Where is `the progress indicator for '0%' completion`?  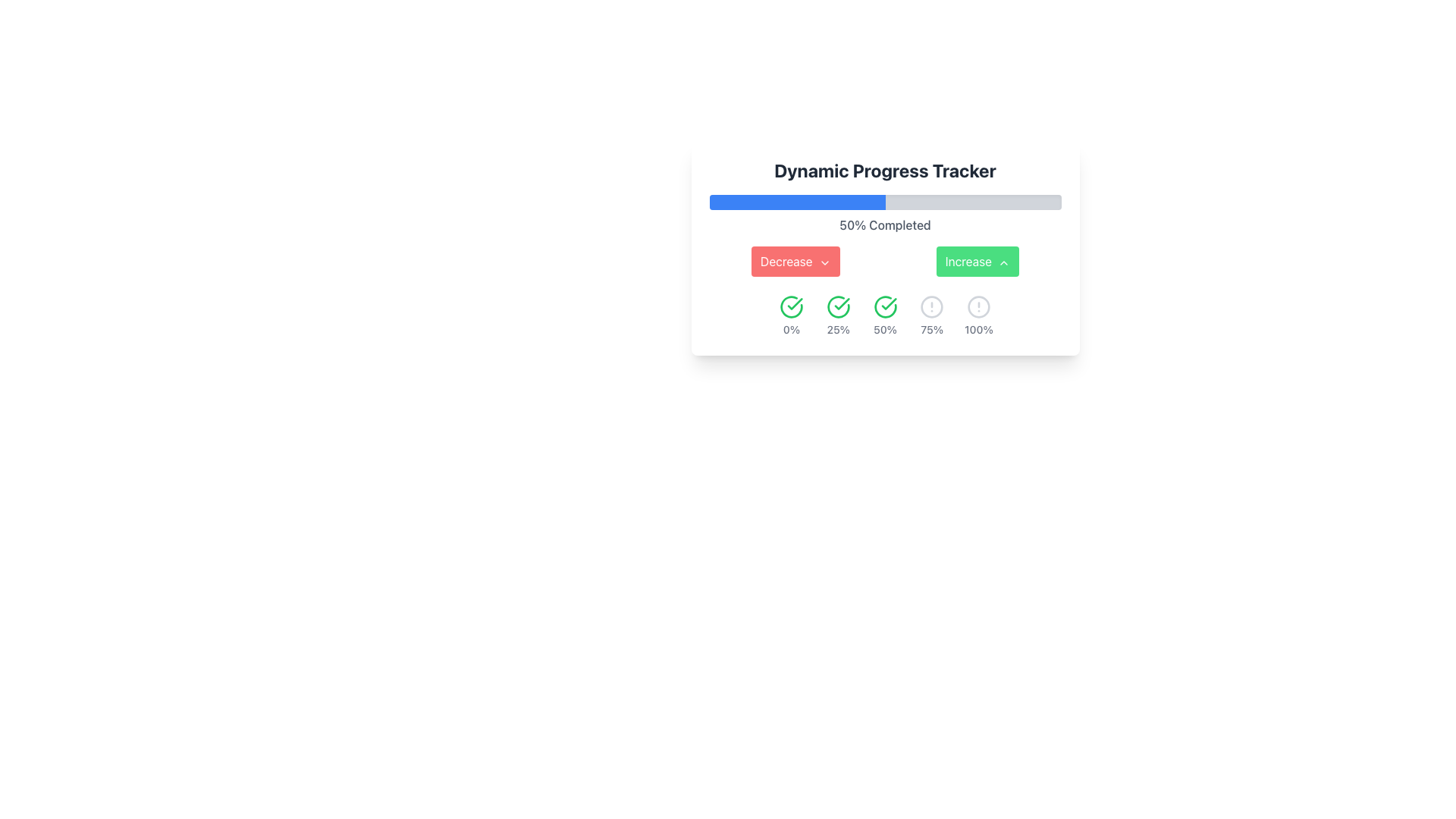 the progress indicator for '0%' completion is located at coordinates (790, 315).